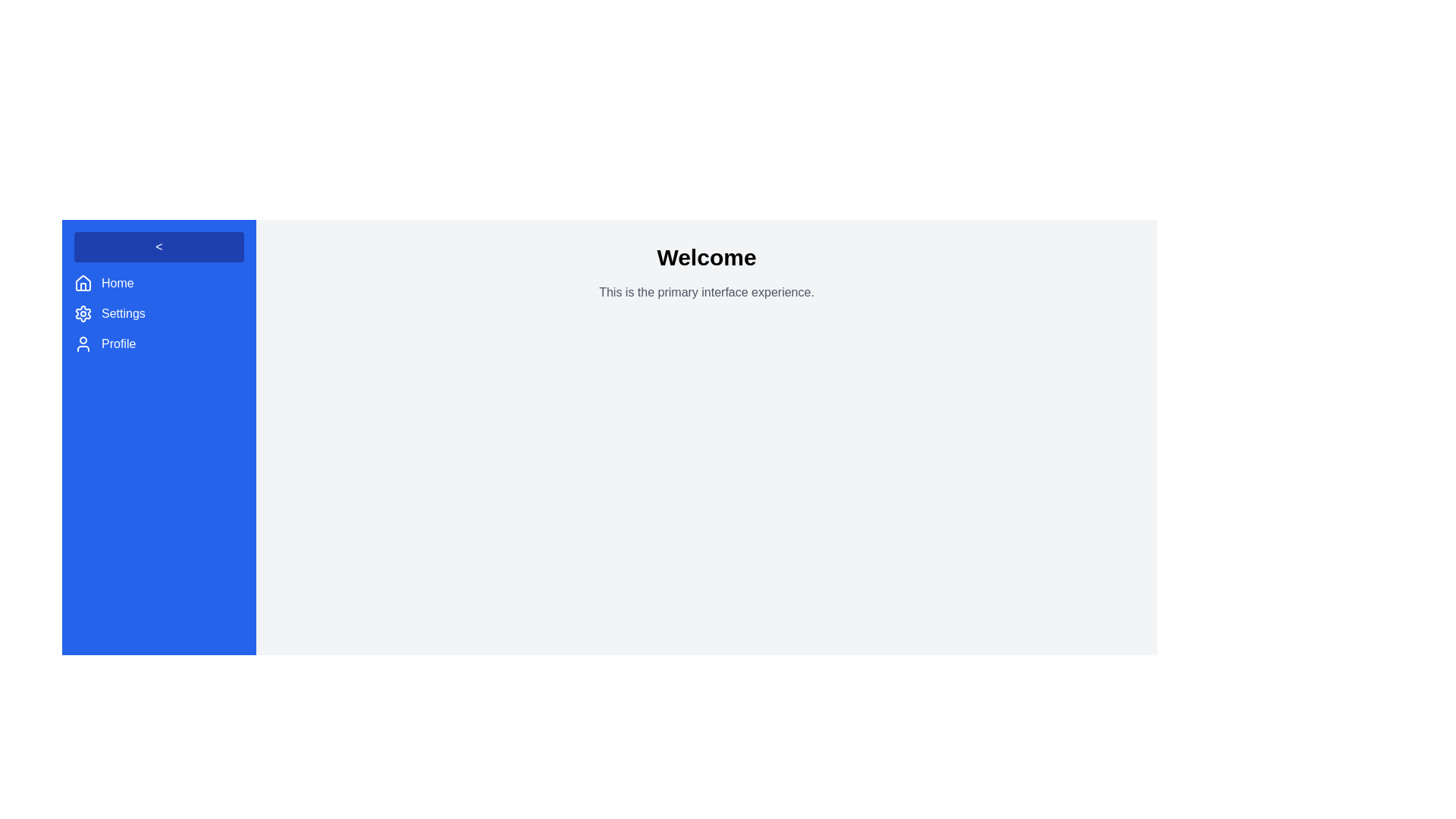 This screenshot has width=1456, height=819. I want to click on the 'Settings' icon in the left sidebar, which is the second icon in the vertical list of options adjacent to the text labeled 'Settings', so click(83, 312).